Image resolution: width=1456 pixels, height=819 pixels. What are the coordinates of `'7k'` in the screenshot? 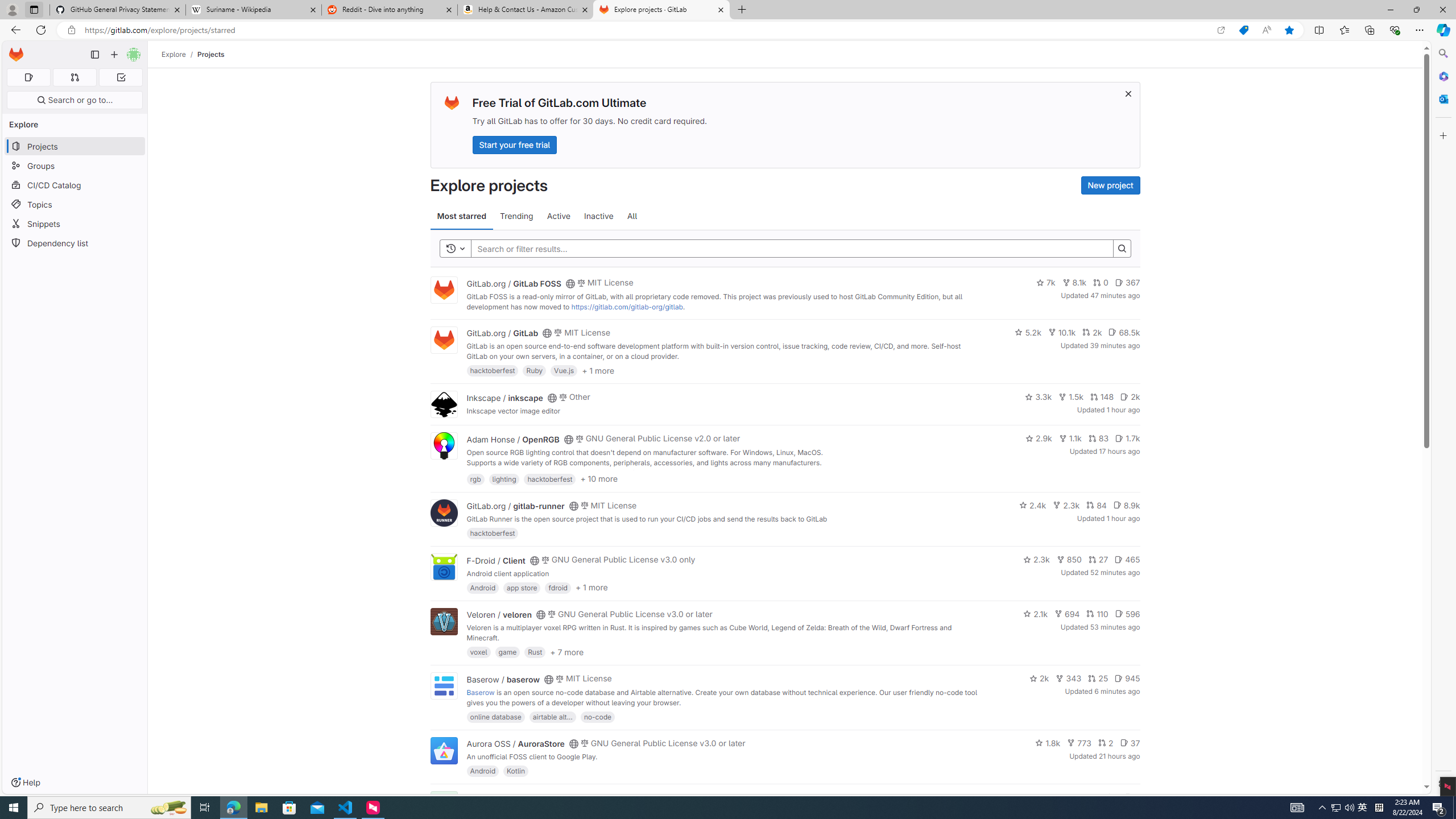 It's located at (1045, 283).